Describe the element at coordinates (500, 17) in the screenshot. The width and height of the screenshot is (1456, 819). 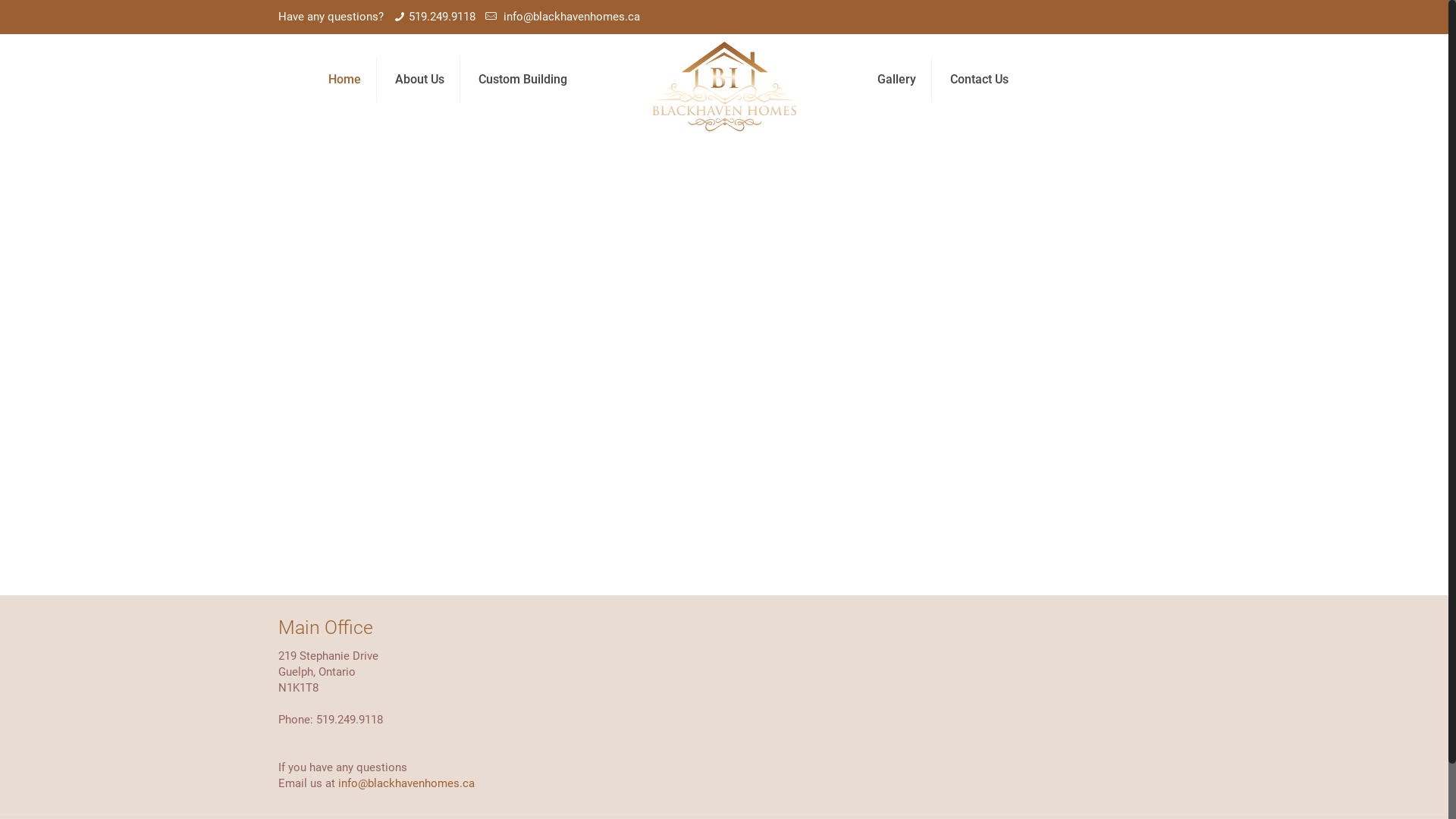
I see `'info@blackhavenhomes.ca'` at that location.